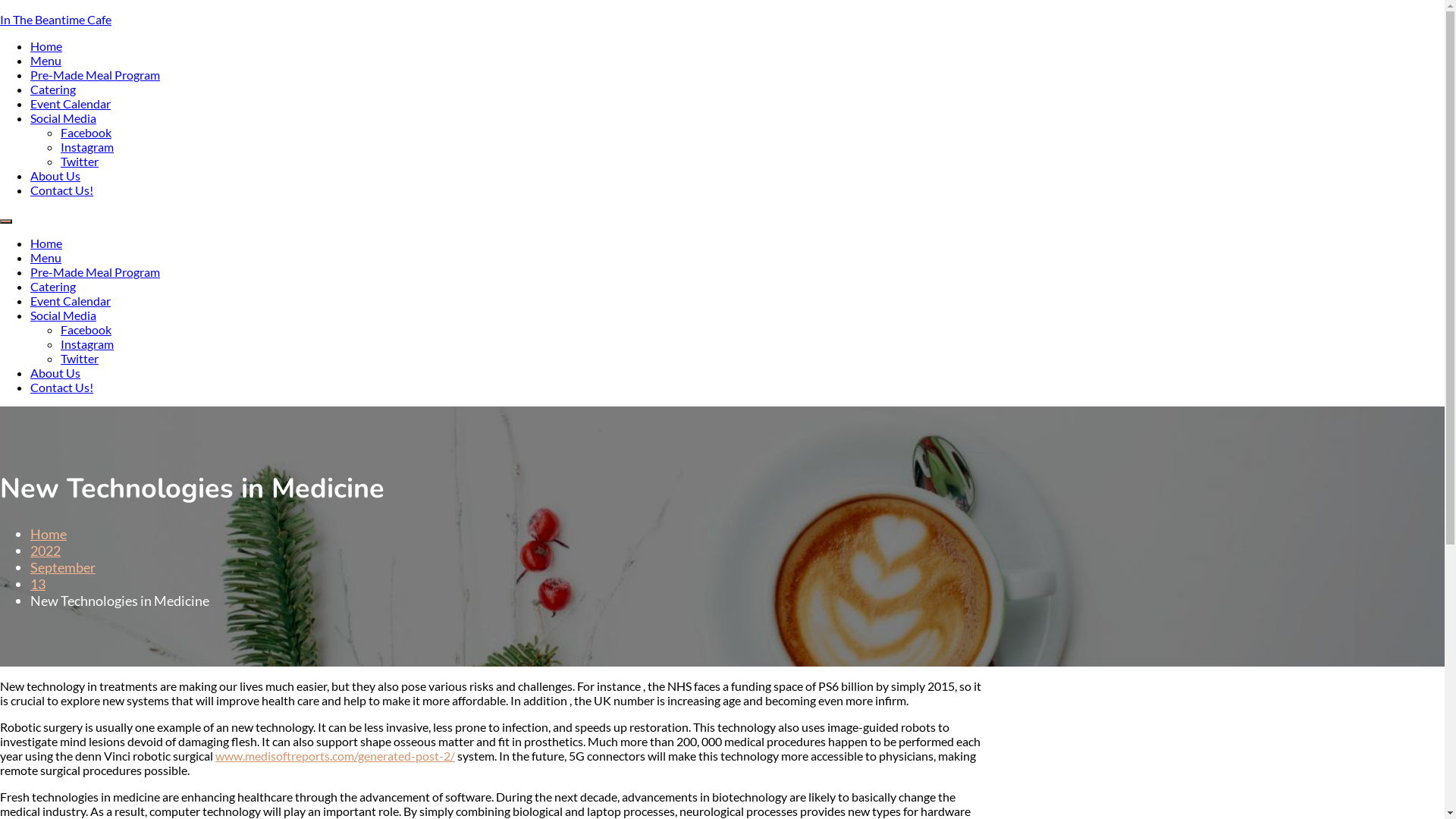 The image size is (1456, 819). Describe the element at coordinates (61, 328) in the screenshot. I see `'Facebook'` at that location.